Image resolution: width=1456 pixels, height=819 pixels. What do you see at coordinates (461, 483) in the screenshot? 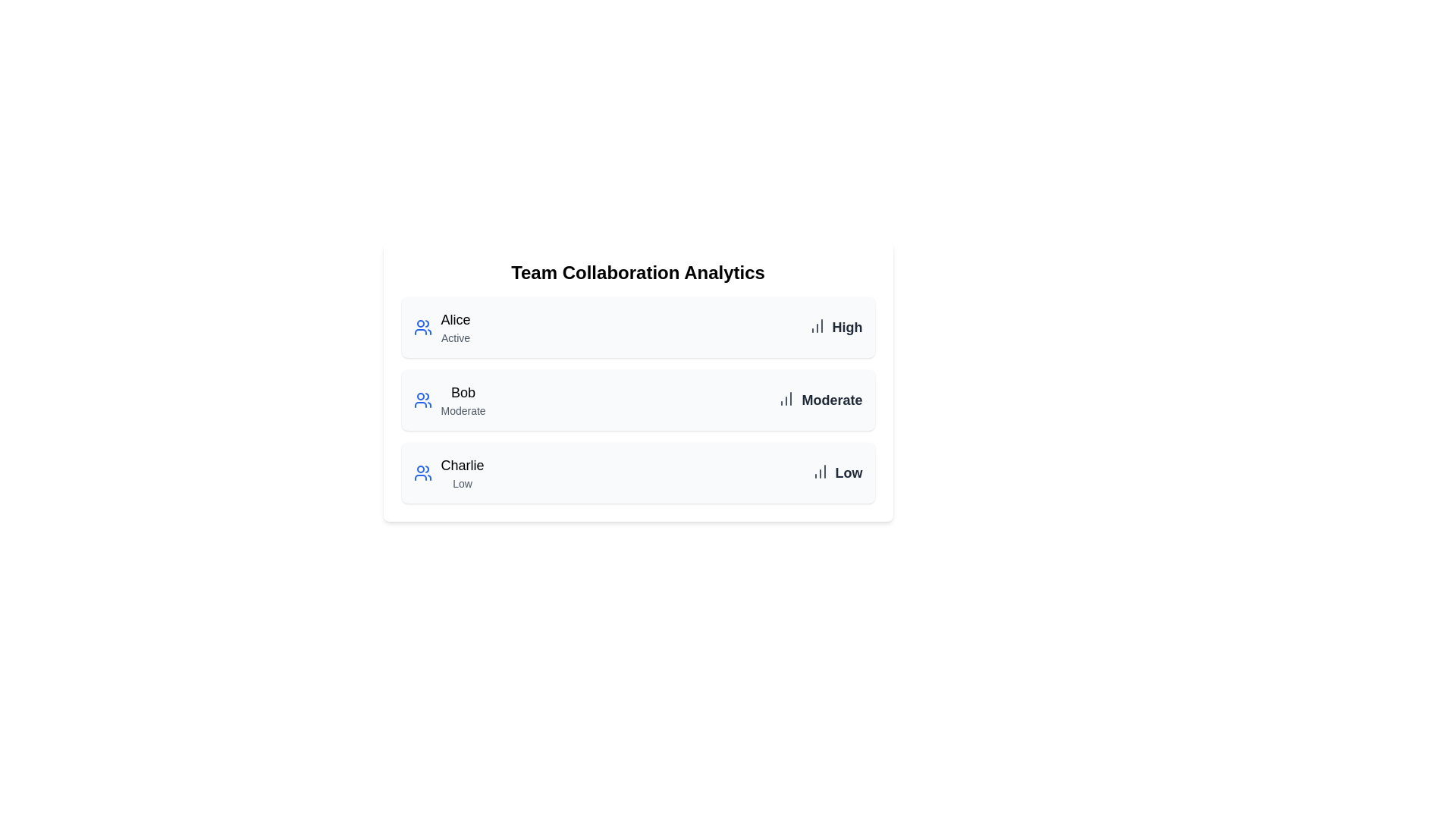
I see `the activity status text for Charlie` at bounding box center [461, 483].